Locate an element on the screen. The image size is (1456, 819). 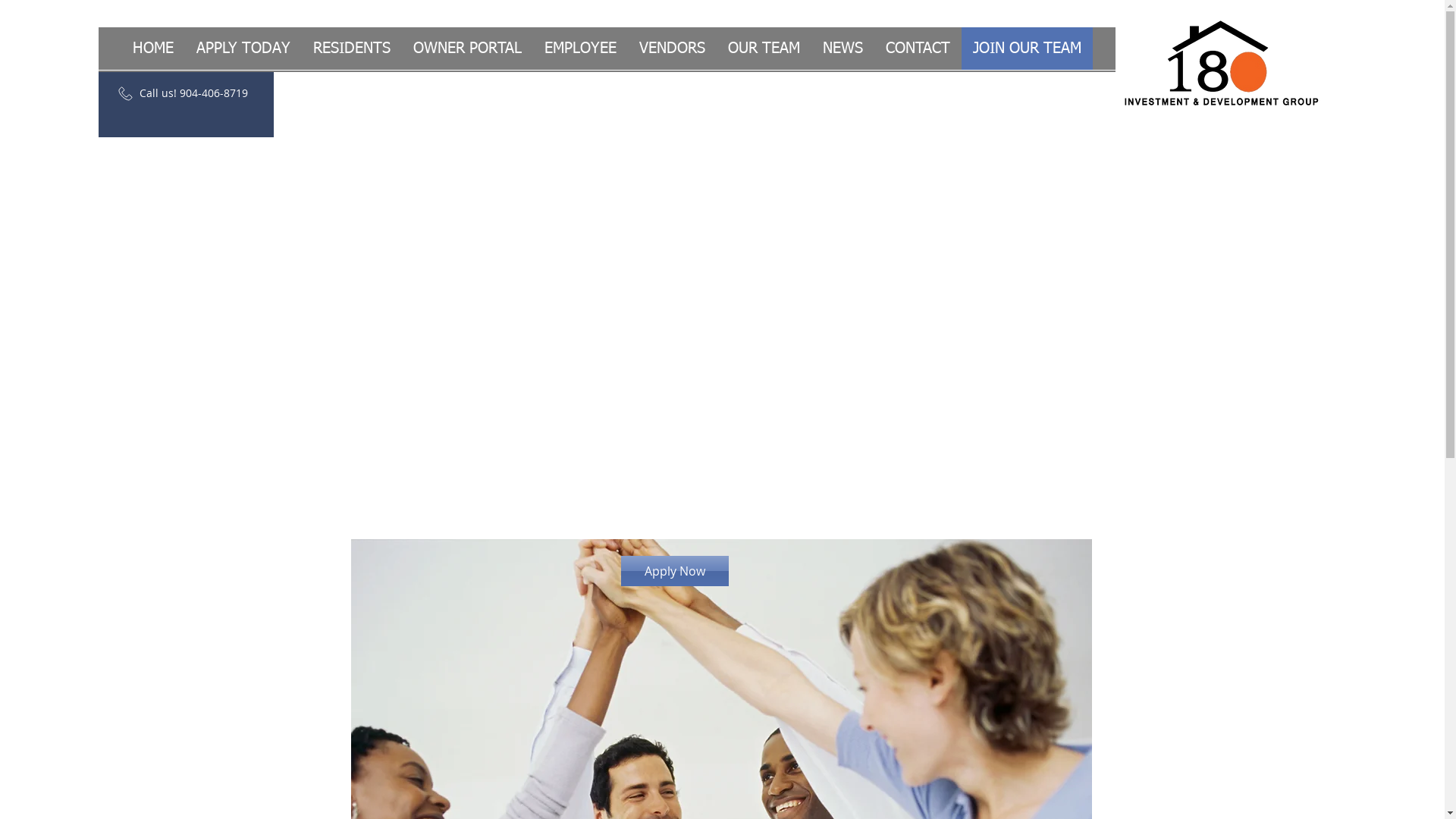
'JOIN OUR TEAM' is located at coordinates (1027, 48).